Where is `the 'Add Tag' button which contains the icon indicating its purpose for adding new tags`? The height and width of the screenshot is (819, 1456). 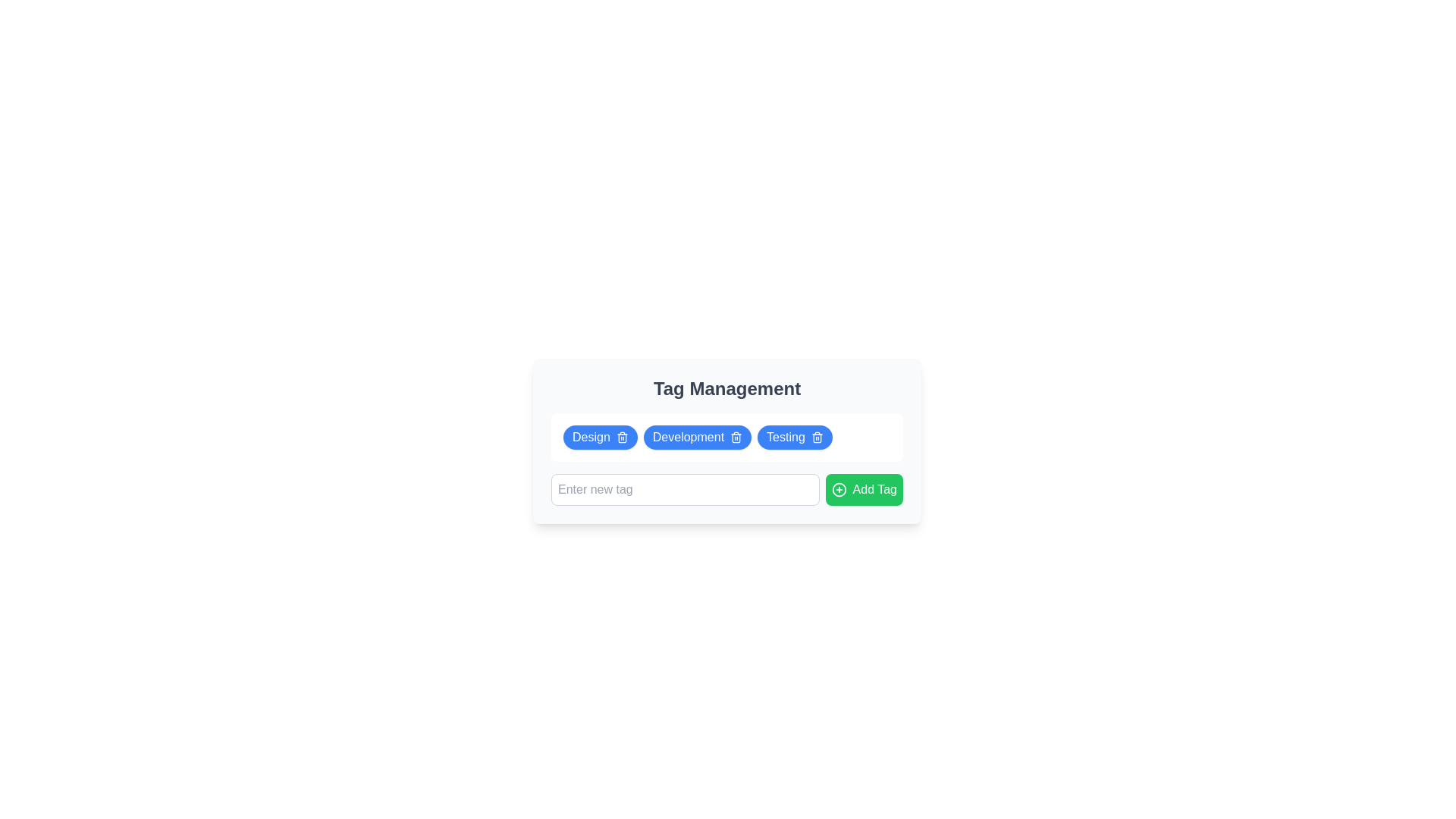 the 'Add Tag' button which contains the icon indicating its purpose for adding new tags is located at coordinates (838, 489).